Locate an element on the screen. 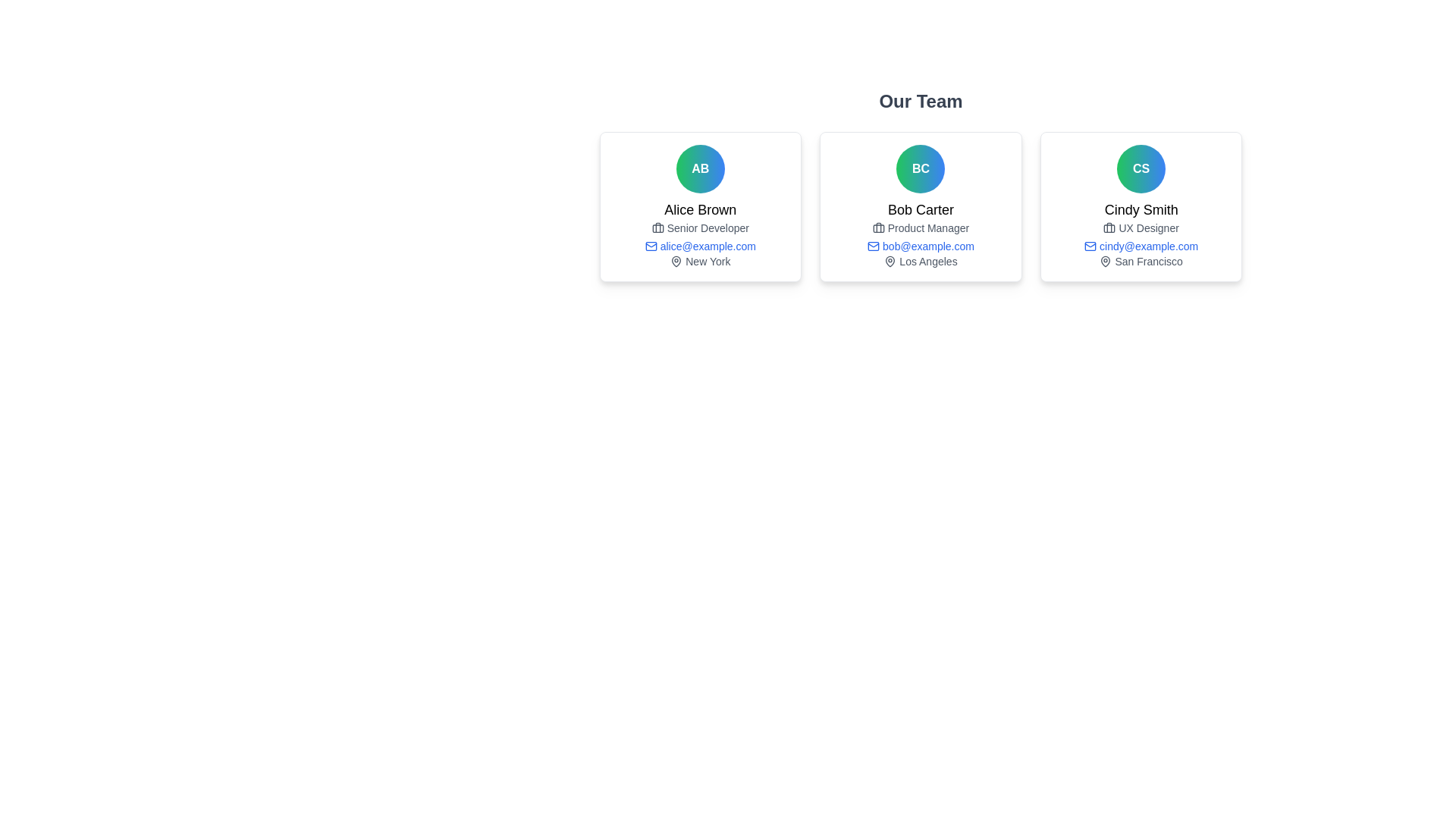 The image size is (1456, 819). the circular profile badge for 'Alice Brown', located at the top-center of the leftmost profile card is located at coordinates (699, 169).